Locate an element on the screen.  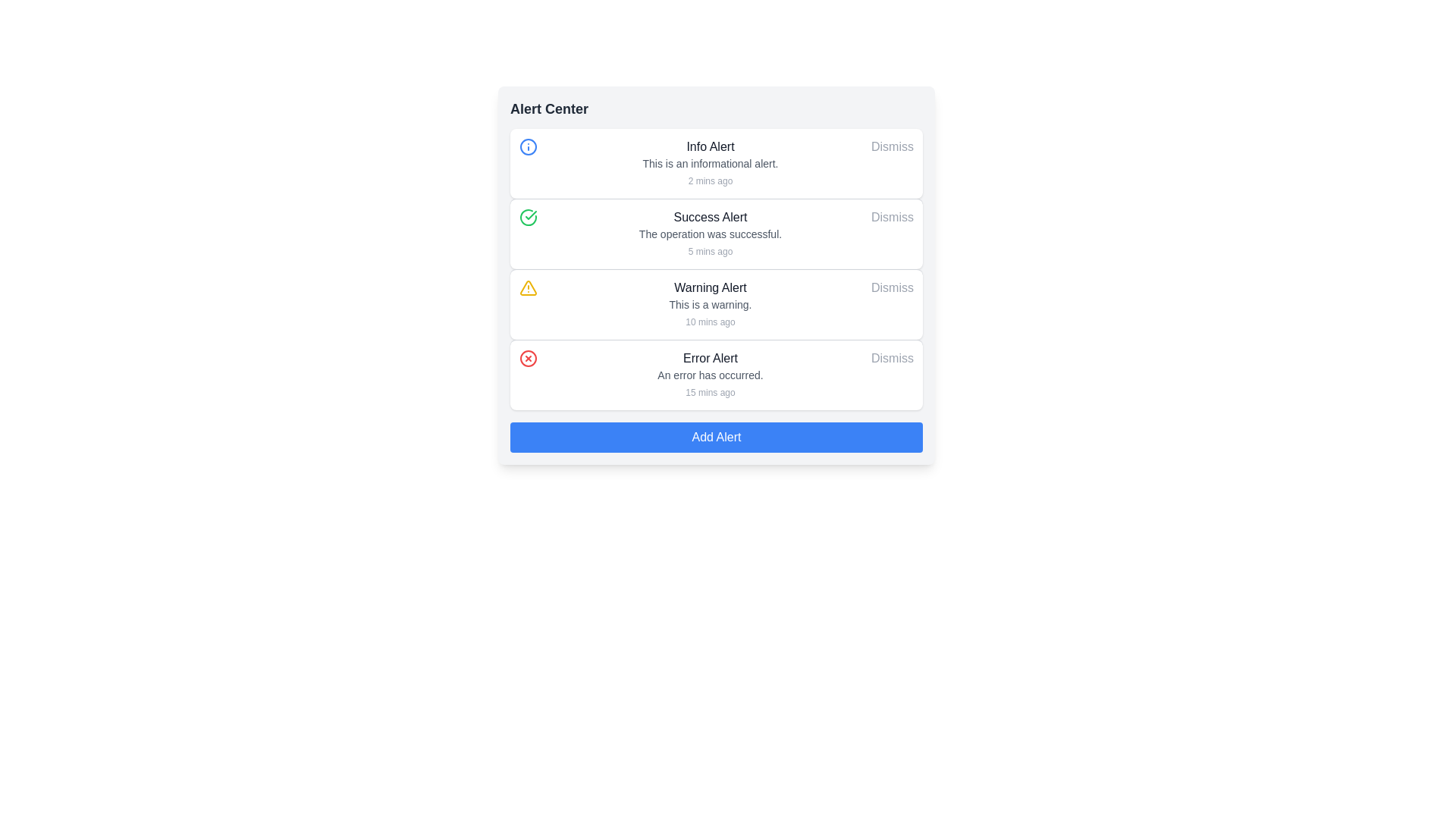
the 'Success Alert' informational display component, which shows a success message with the title 'Success Alert', subtext 'The operation was successful.', and a timestamp '5 mins ago' is located at coordinates (709, 234).